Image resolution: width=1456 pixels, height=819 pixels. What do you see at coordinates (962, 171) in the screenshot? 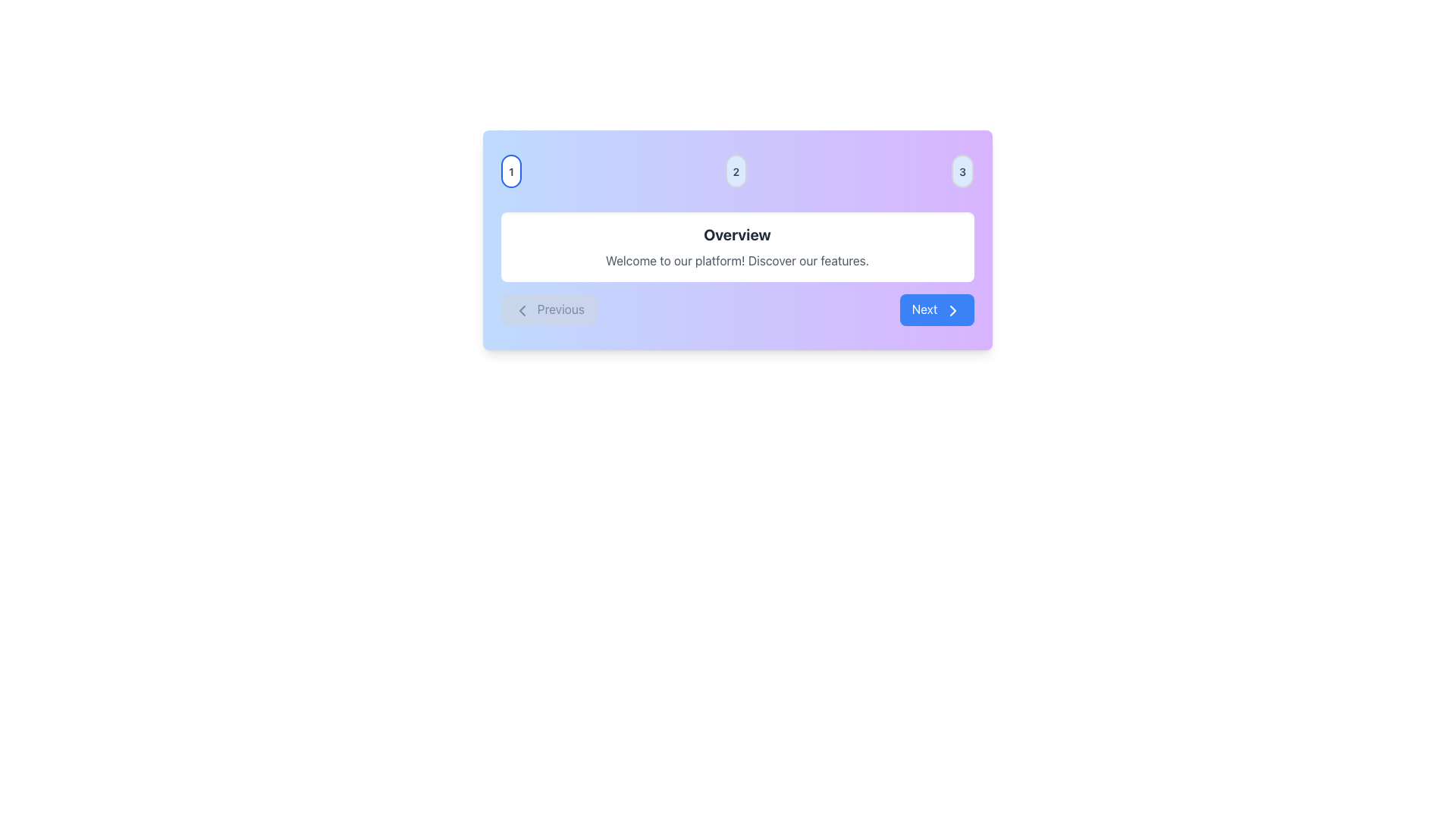
I see `the third step indicator button` at bounding box center [962, 171].